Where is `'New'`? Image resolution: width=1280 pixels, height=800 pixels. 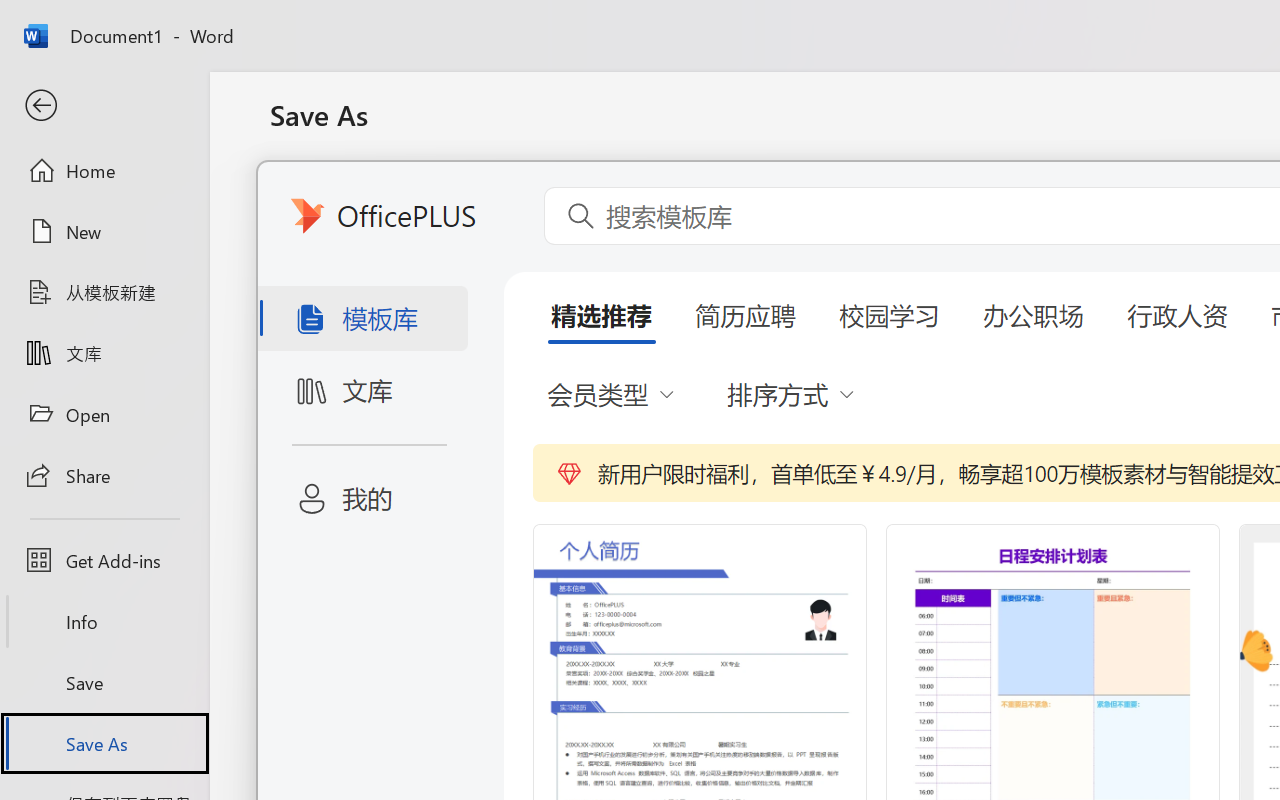
'New' is located at coordinates (103, 231).